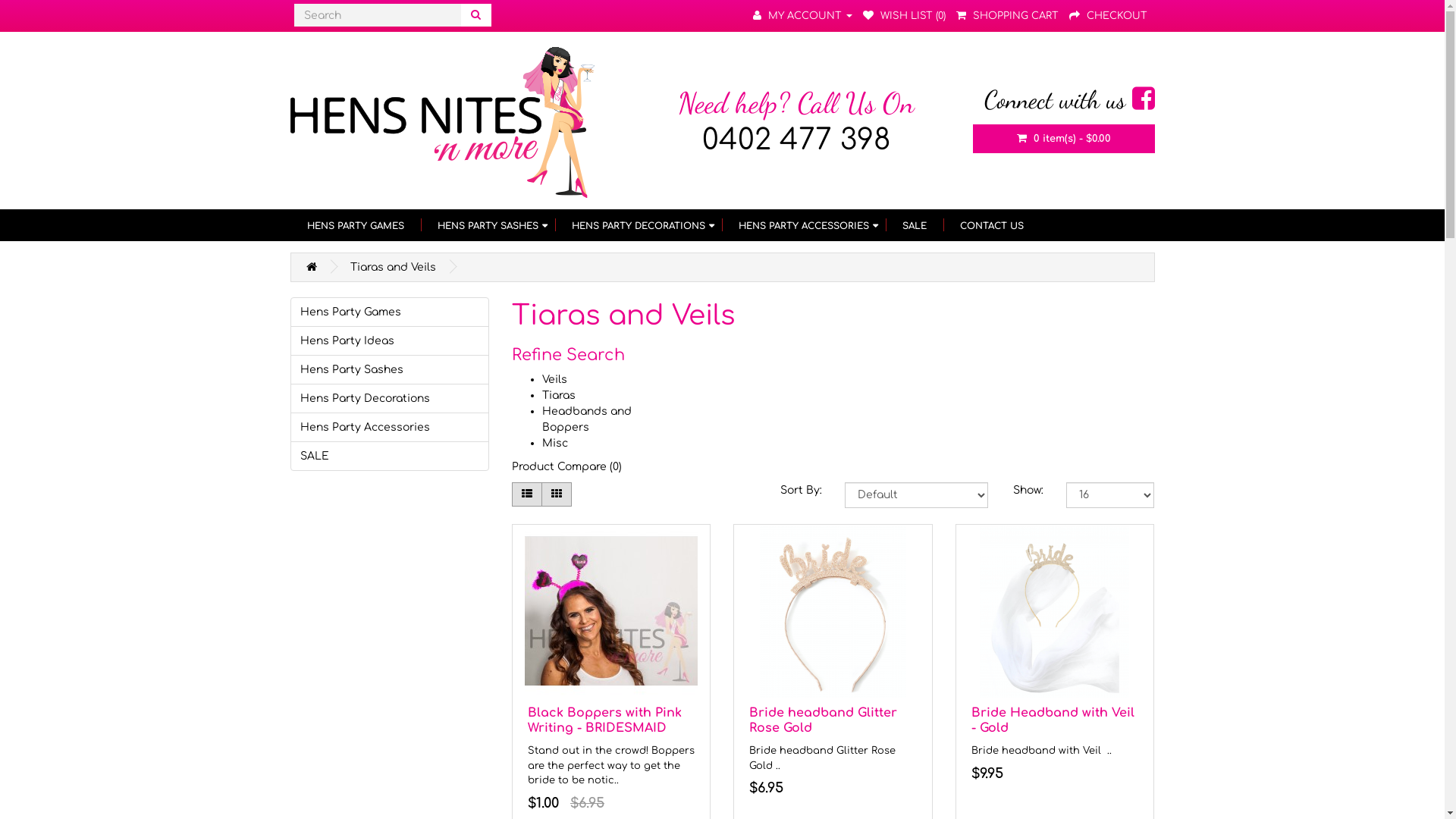 The width and height of the screenshot is (1456, 819). What do you see at coordinates (566, 466) in the screenshot?
I see `'Product Compare (0)'` at bounding box center [566, 466].